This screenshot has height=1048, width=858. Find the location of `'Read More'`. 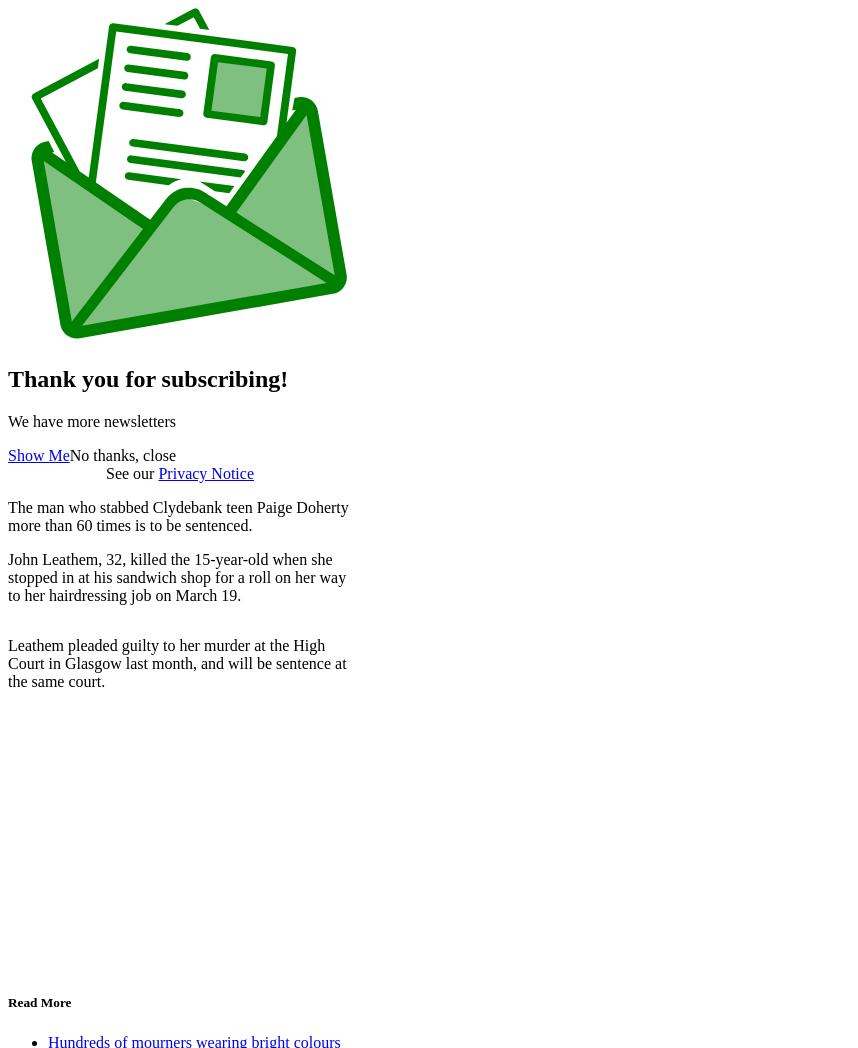

'Read More' is located at coordinates (7, 1001).